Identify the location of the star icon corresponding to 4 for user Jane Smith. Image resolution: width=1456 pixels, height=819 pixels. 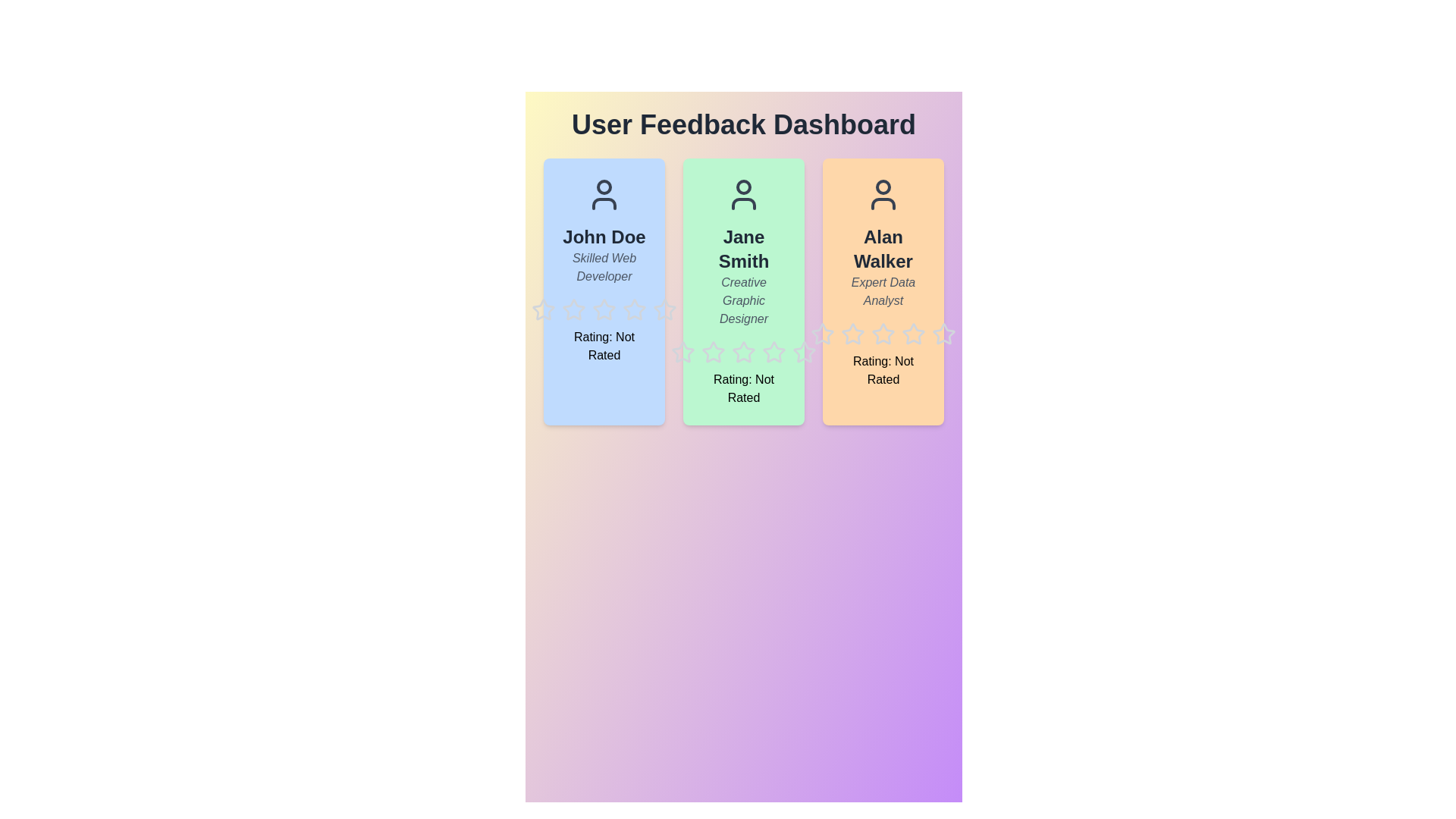
(761, 339).